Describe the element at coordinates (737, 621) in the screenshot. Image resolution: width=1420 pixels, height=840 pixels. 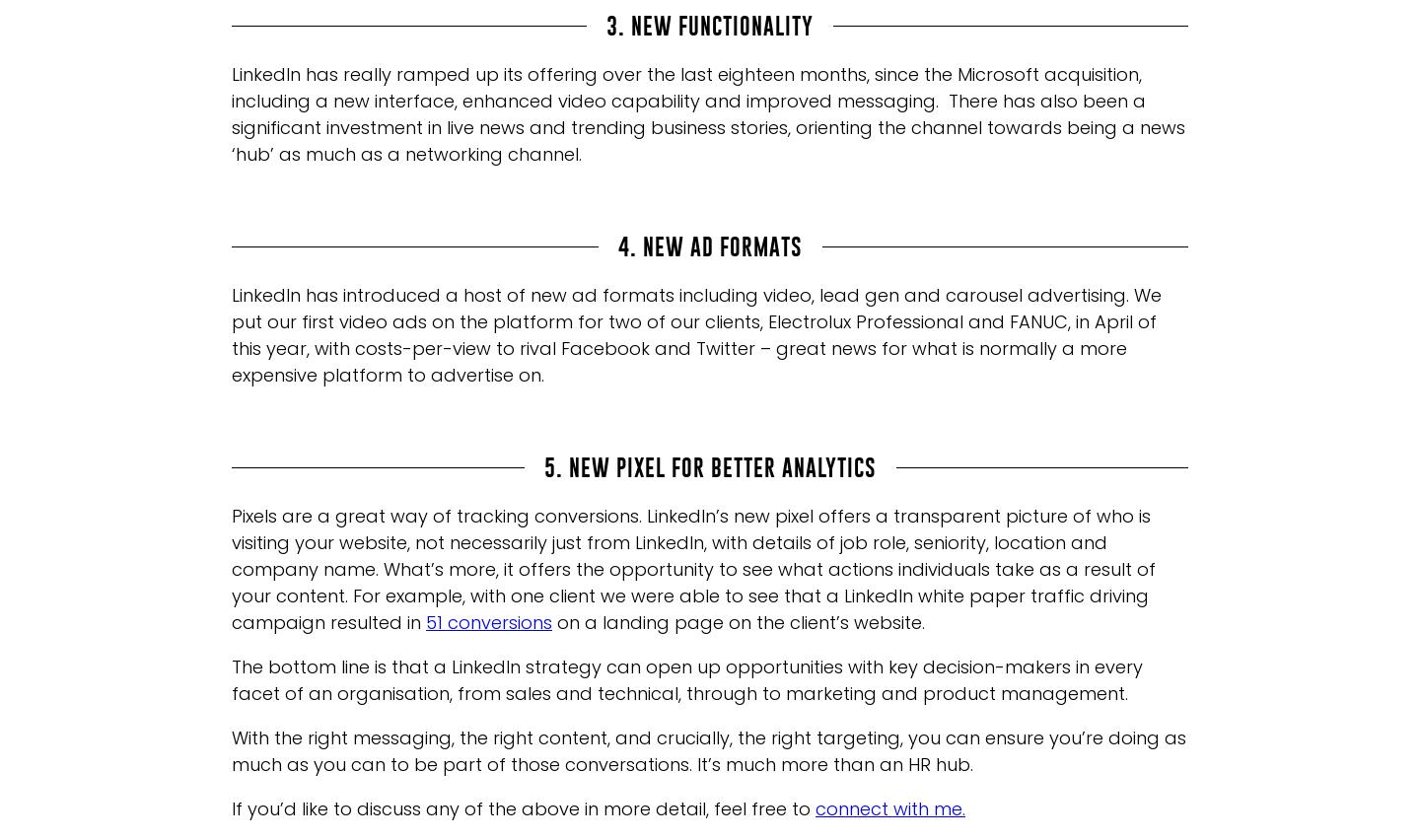
I see `'on a landing page on the client’s website.'` at that location.